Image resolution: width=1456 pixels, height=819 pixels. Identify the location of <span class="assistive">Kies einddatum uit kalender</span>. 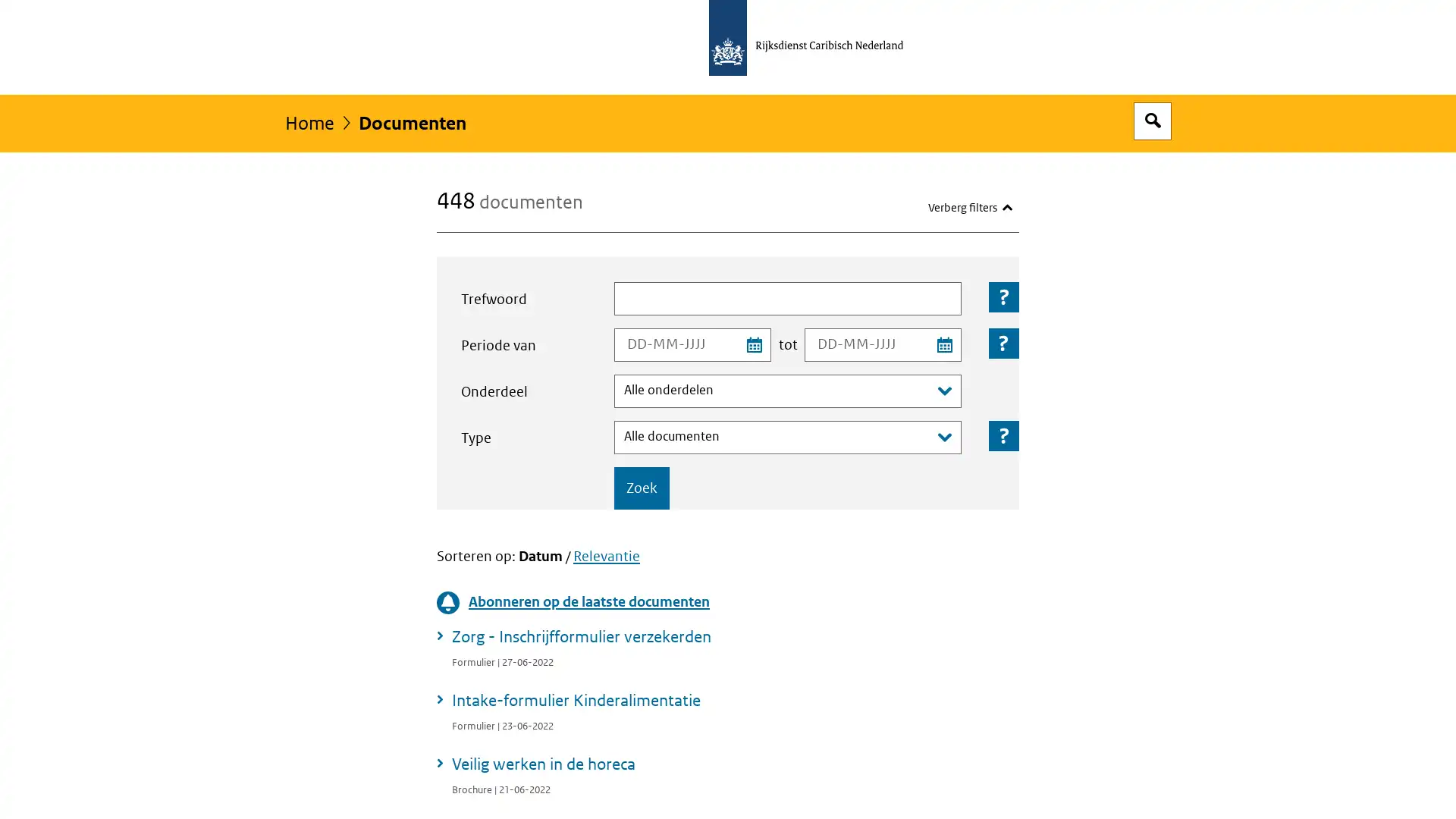
(943, 344).